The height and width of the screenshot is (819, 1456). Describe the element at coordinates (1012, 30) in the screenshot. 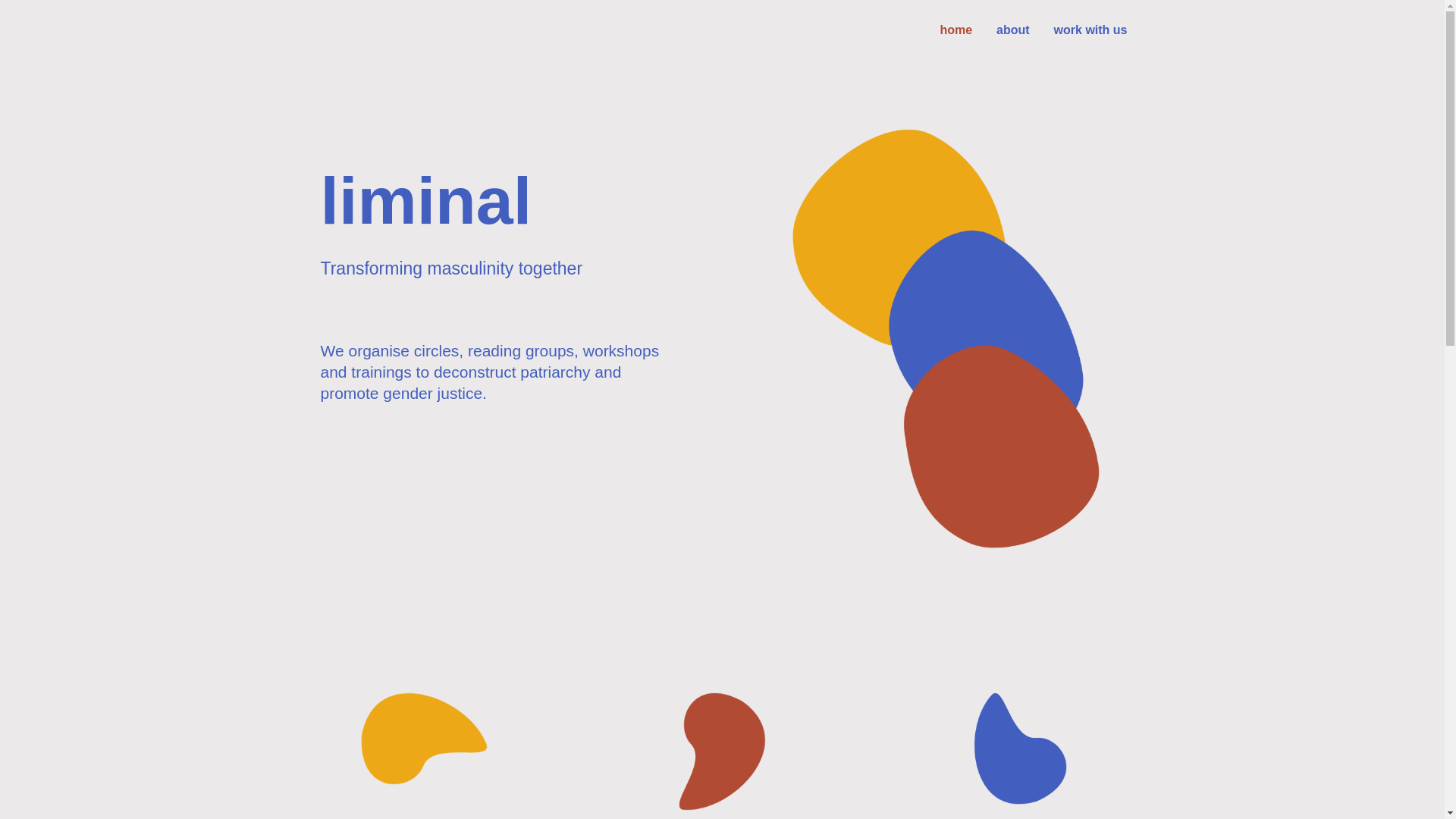

I see `'about'` at that location.